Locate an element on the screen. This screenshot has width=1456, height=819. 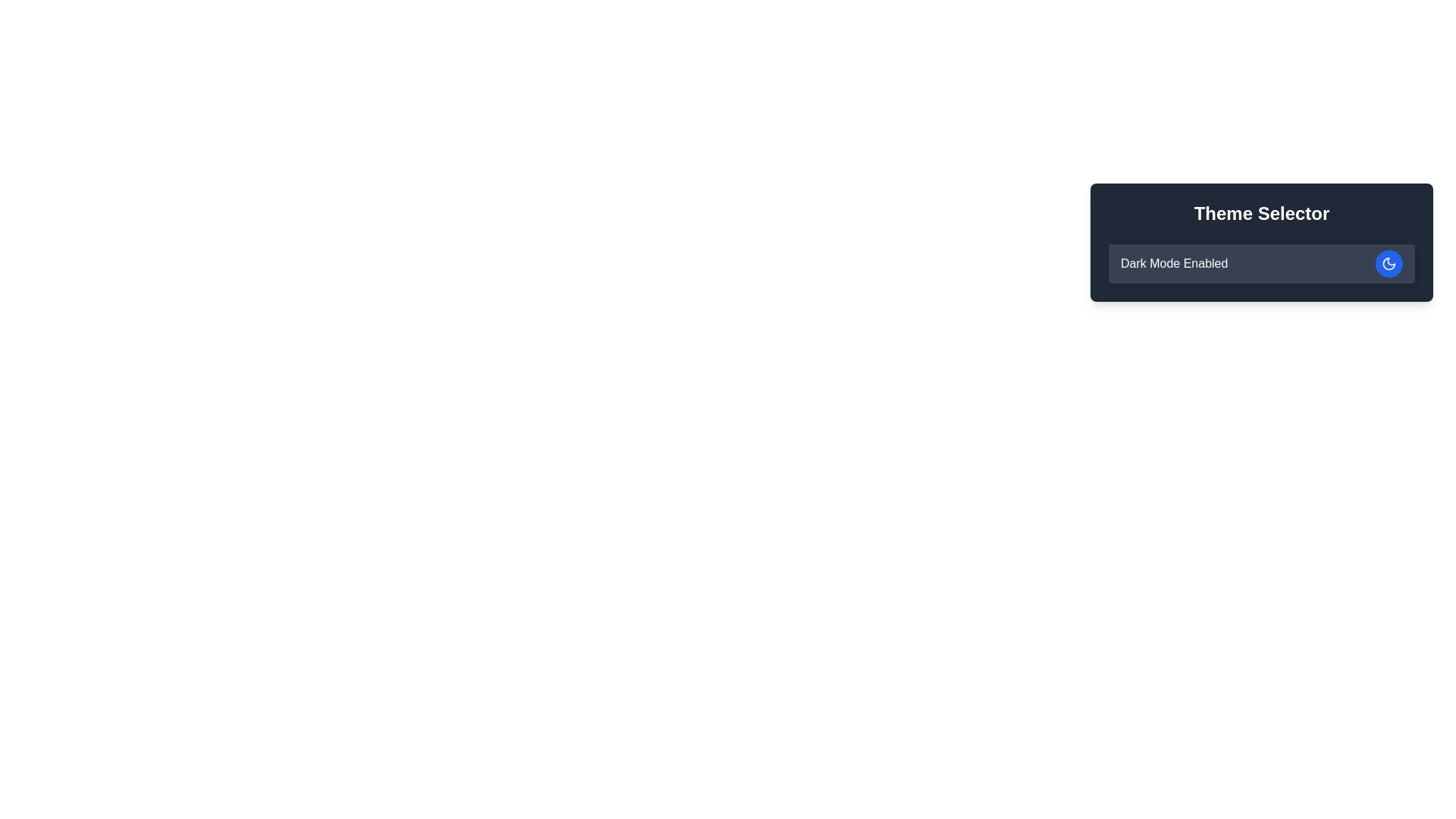
the night mode toggle icon located within the circular area to the right of the 'Dark Mode Enabled' button is located at coordinates (1389, 262).